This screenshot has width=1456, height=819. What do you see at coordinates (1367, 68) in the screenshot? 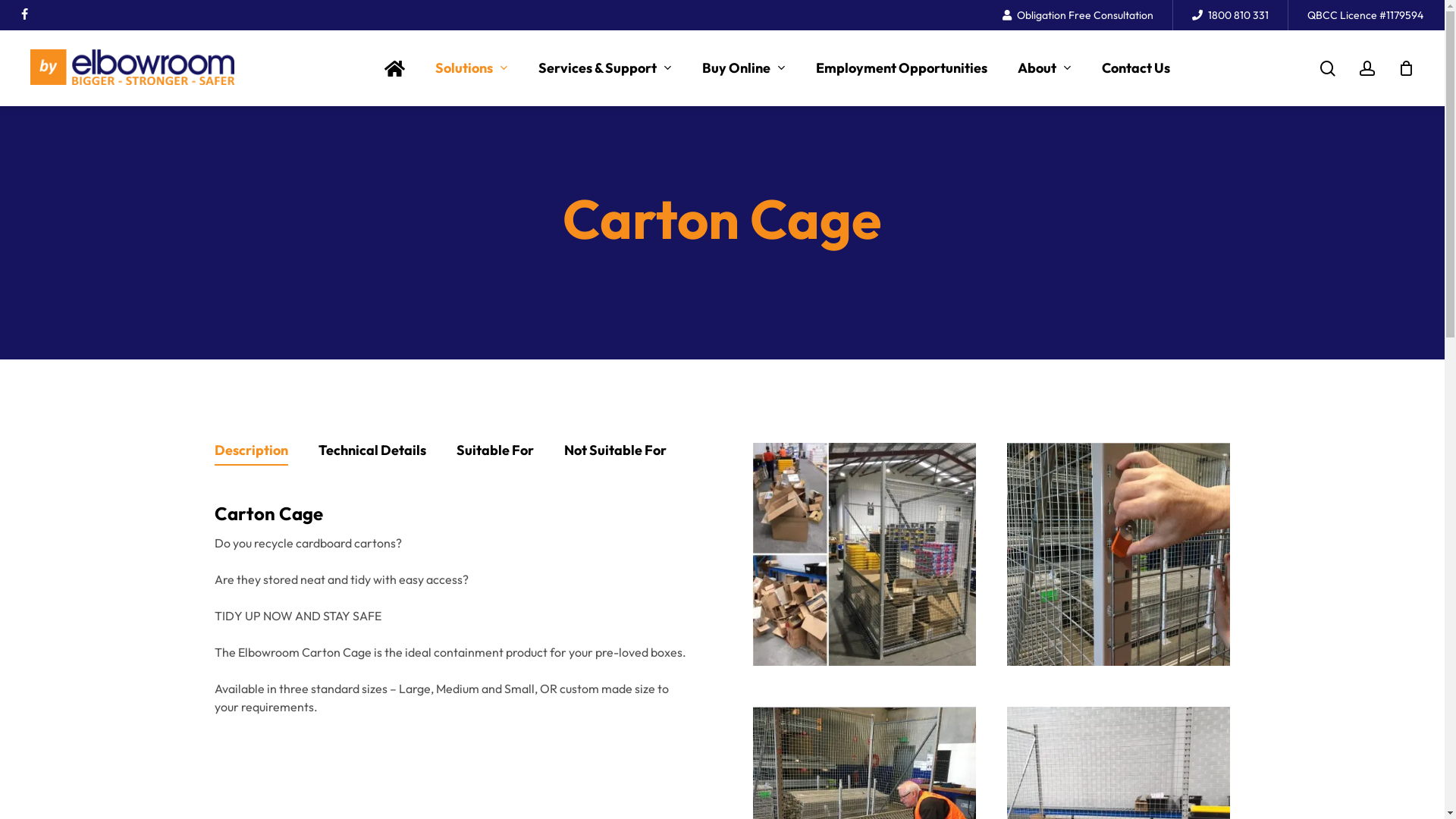
I see `'account'` at bounding box center [1367, 68].